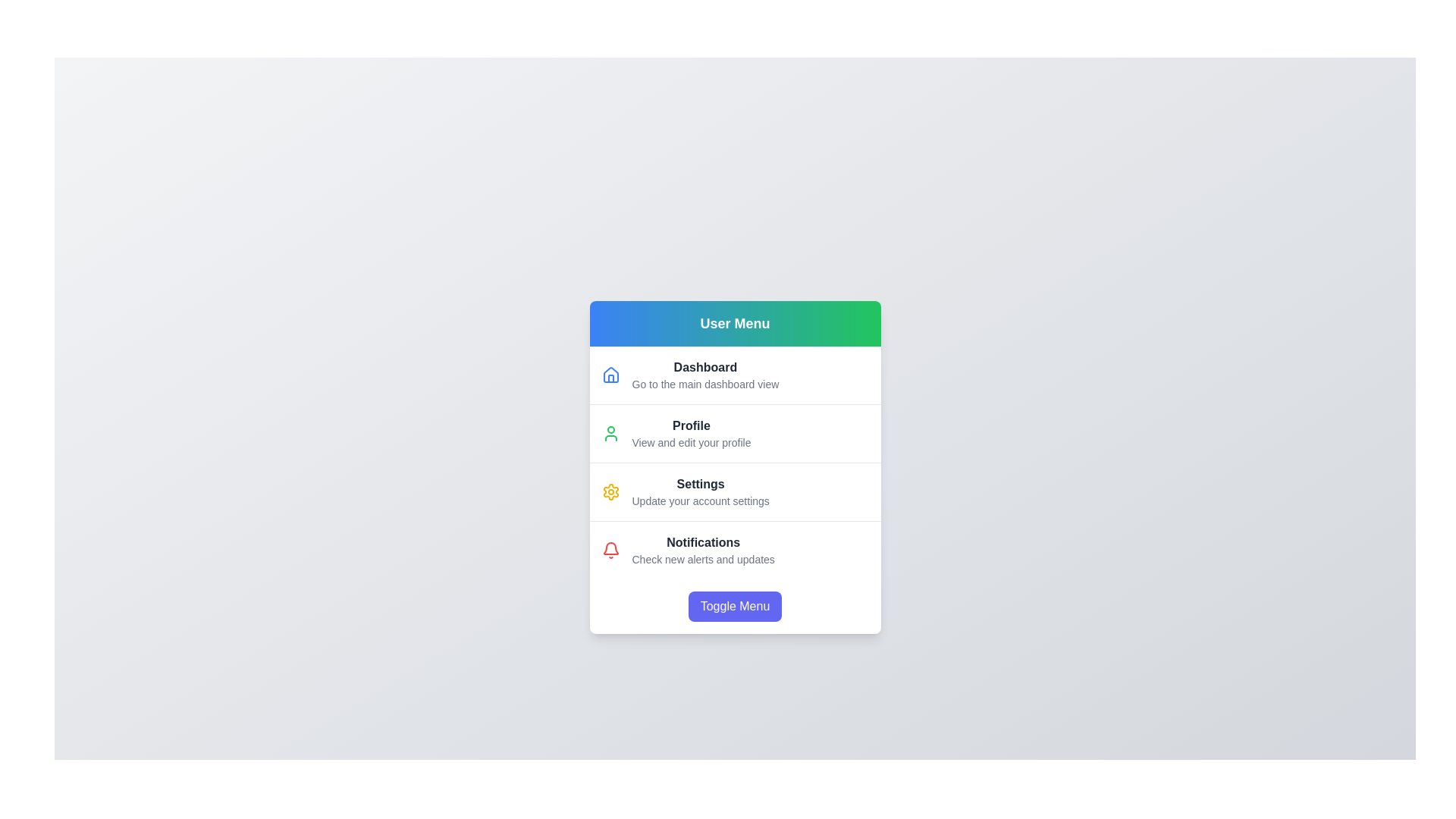 The image size is (1456, 819). Describe the element at coordinates (735, 550) in the screenshot. I see `the 'Notifications' menu item to check alerts and updates` at that location.